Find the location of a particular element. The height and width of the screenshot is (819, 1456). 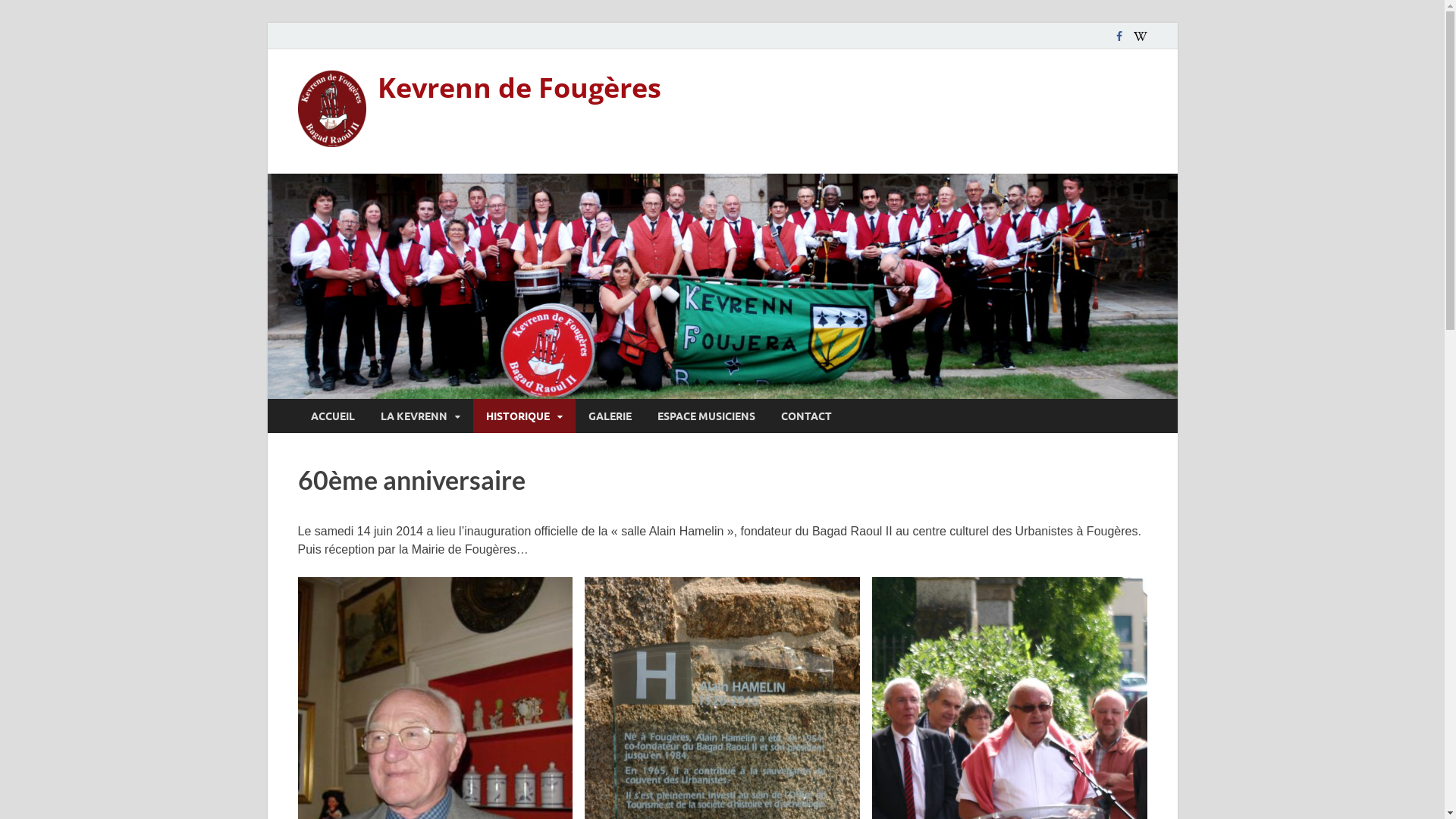

'HISTORIQUE' is located at coordinates (472, 416).